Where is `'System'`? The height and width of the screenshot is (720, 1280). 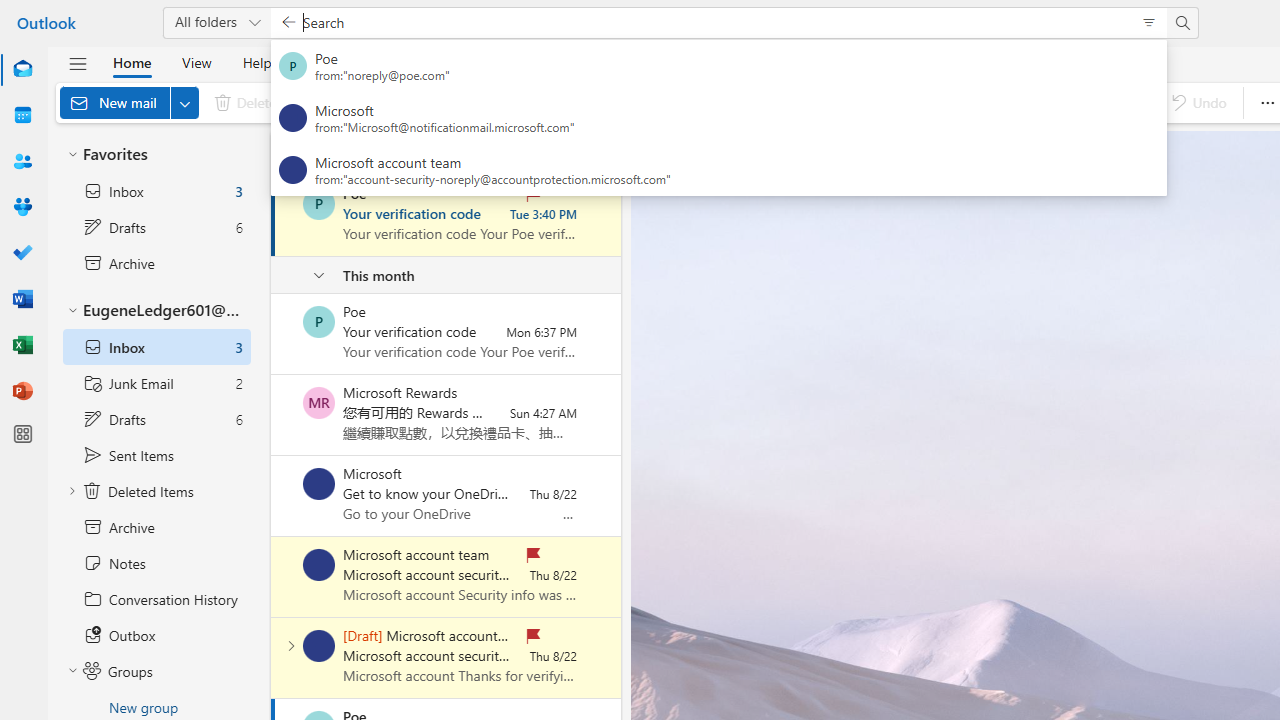
'System' is located at coordinates (10, 11).